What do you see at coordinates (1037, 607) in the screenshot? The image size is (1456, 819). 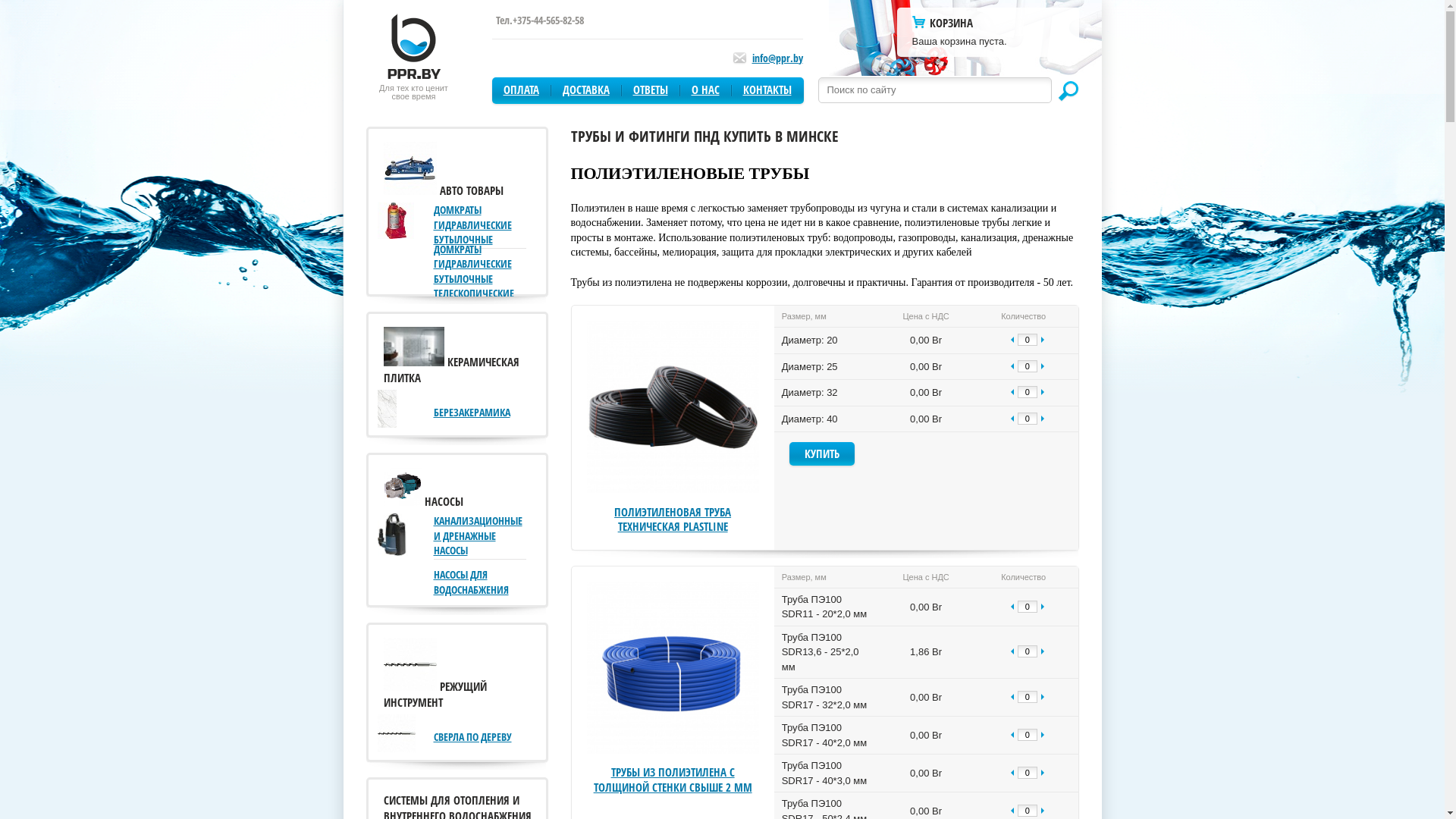 I see `'+'` at bounding box center [1037, 607].